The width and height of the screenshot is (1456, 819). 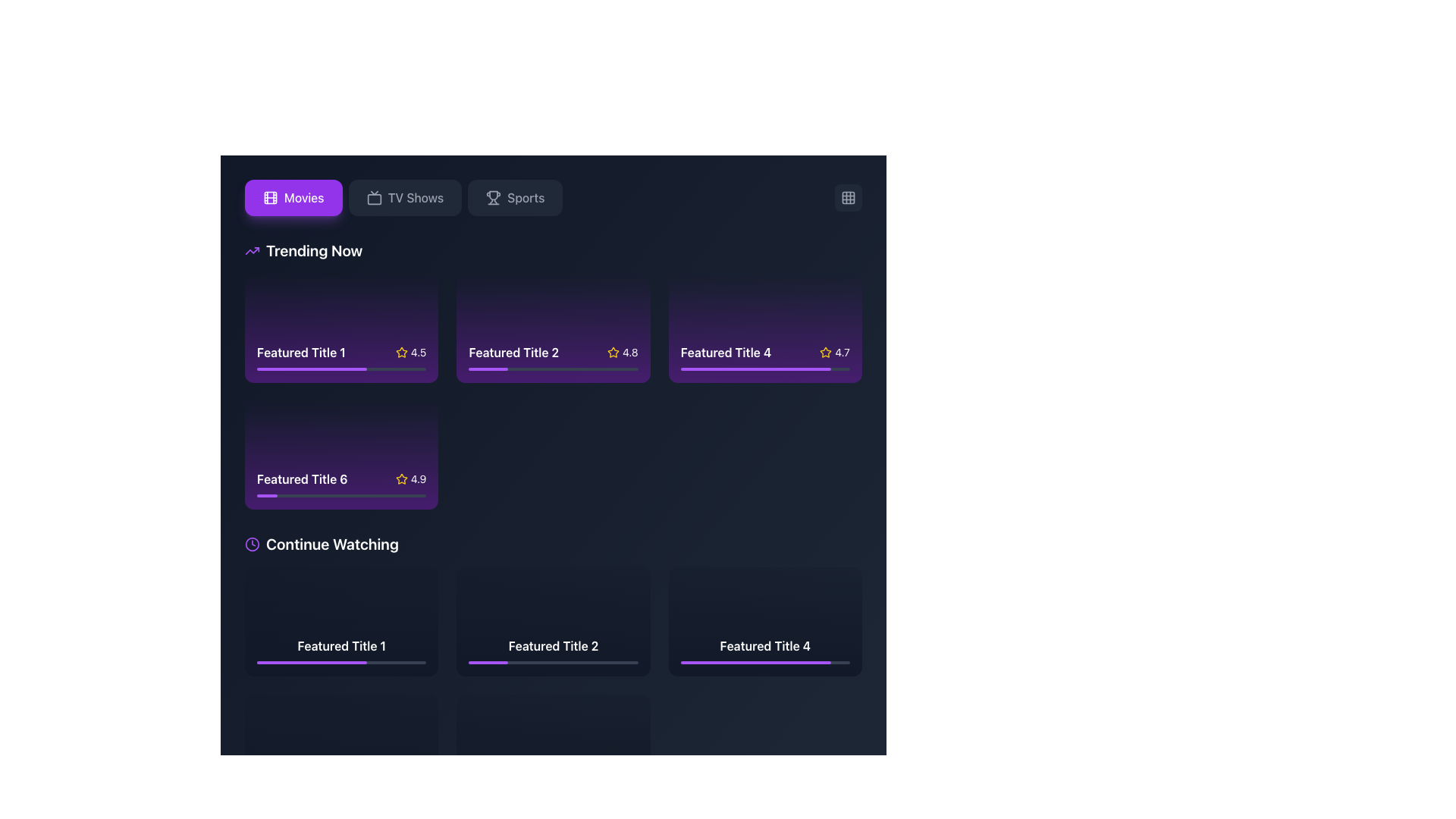 I want to click on the purple progress bar located beneath the 'Featured Title 4' in the 'Trending Now' section, which is styled with rounded edges and indicates progress visually, so click(x=756, y=369).